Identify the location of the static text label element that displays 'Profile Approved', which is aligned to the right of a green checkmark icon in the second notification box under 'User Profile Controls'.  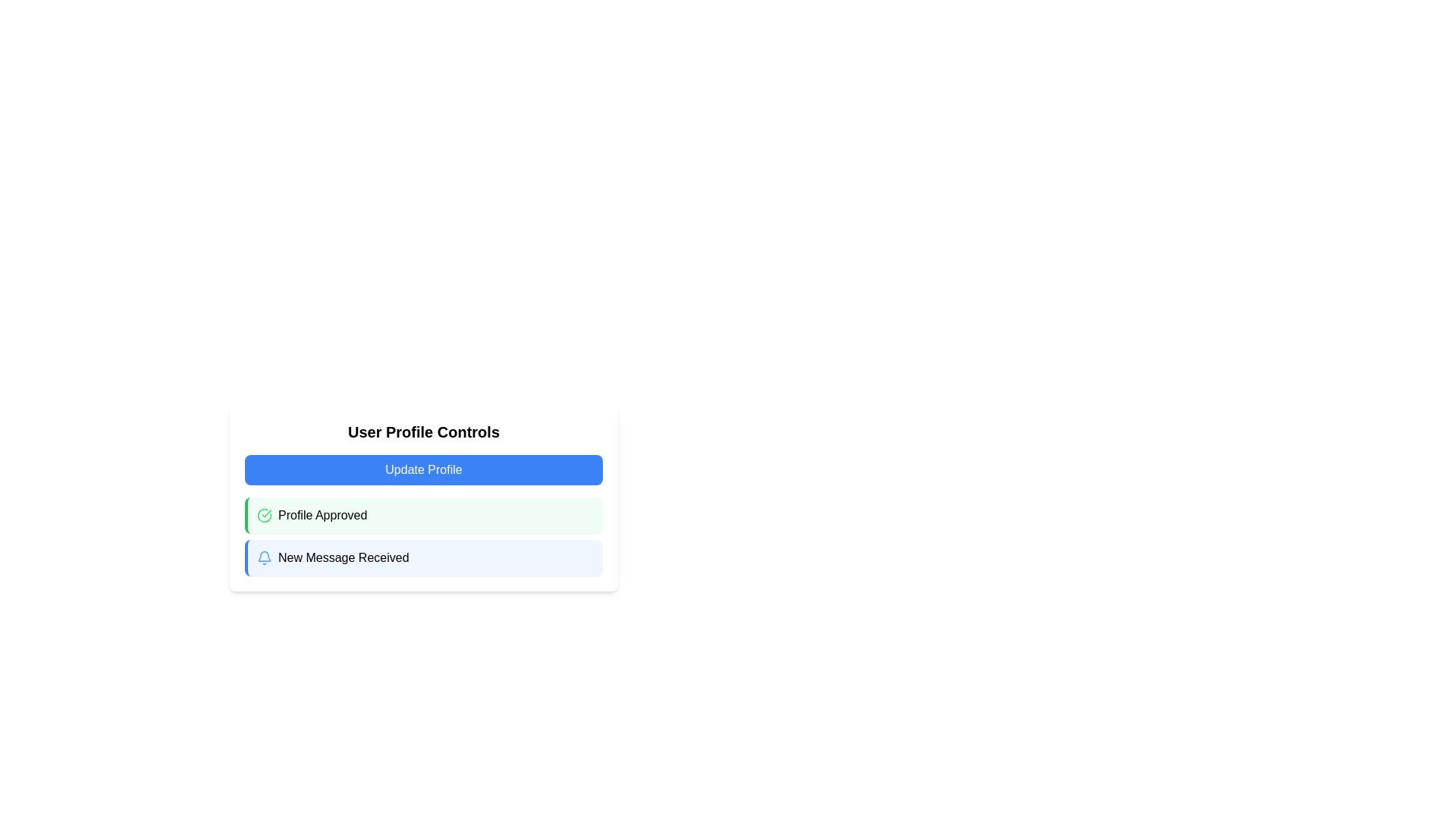
(318, 514).